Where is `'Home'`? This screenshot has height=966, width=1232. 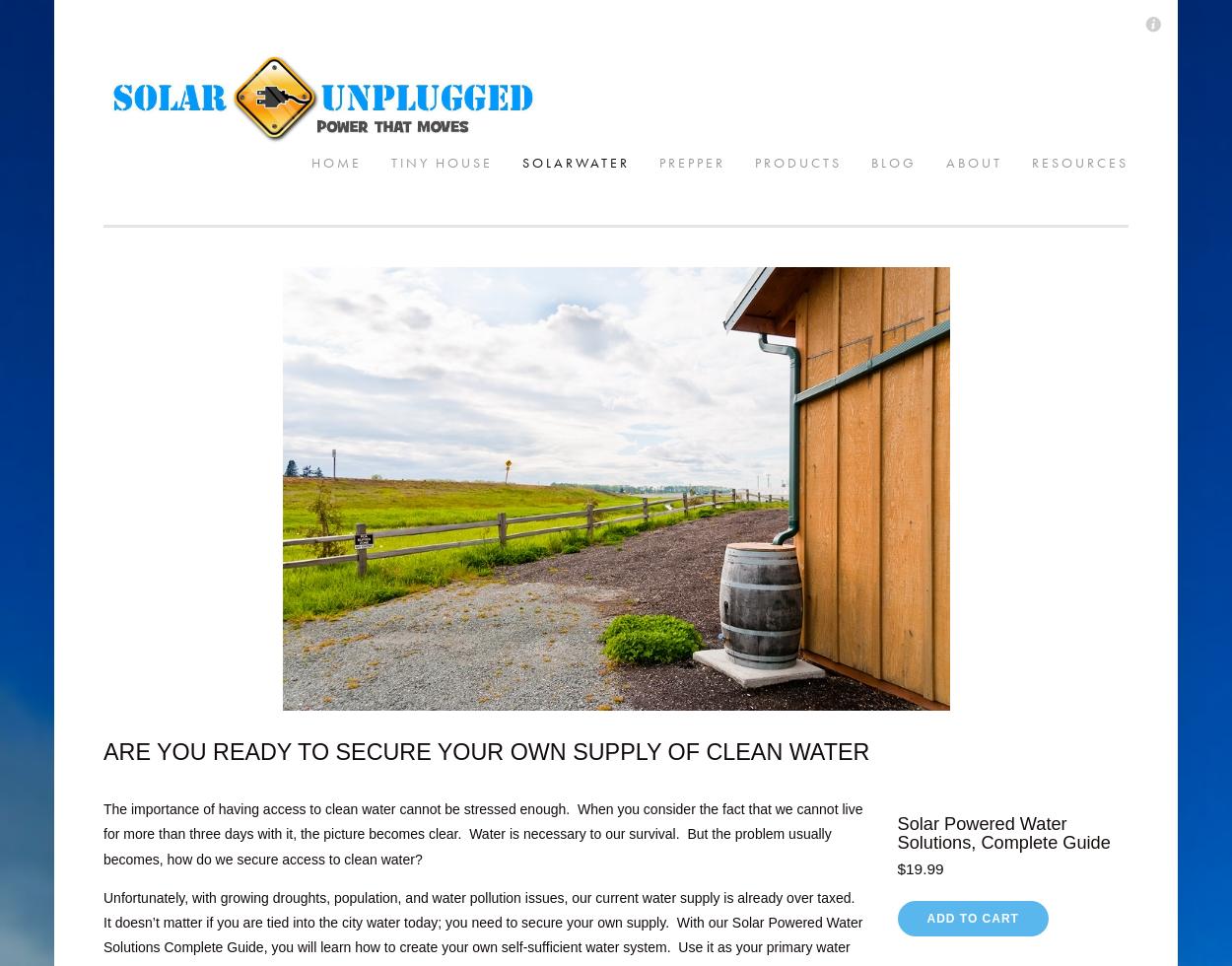
'Home' is located at coordinates (111, 35).